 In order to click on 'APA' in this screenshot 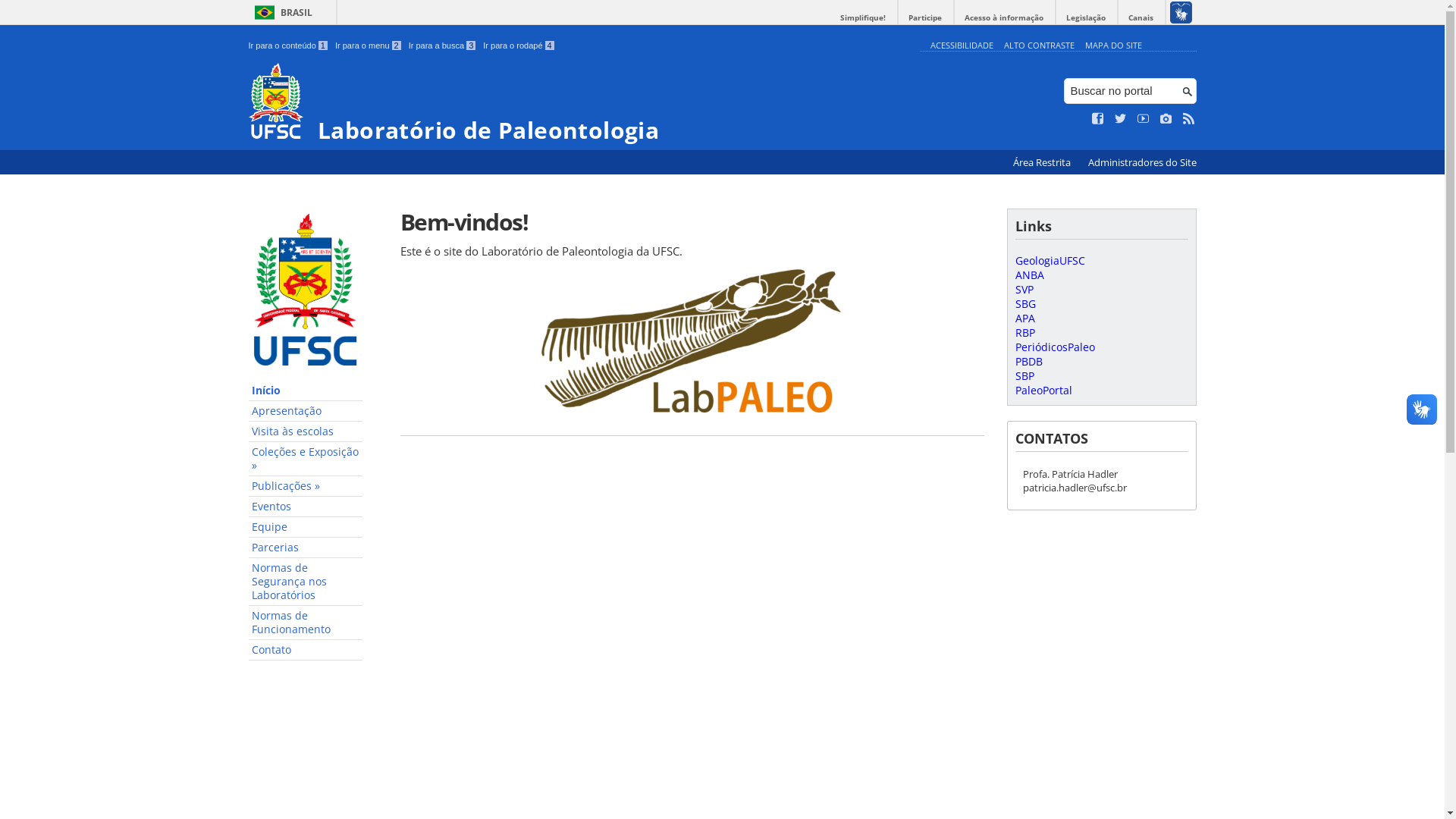, I will do `click(1015, 317)`.